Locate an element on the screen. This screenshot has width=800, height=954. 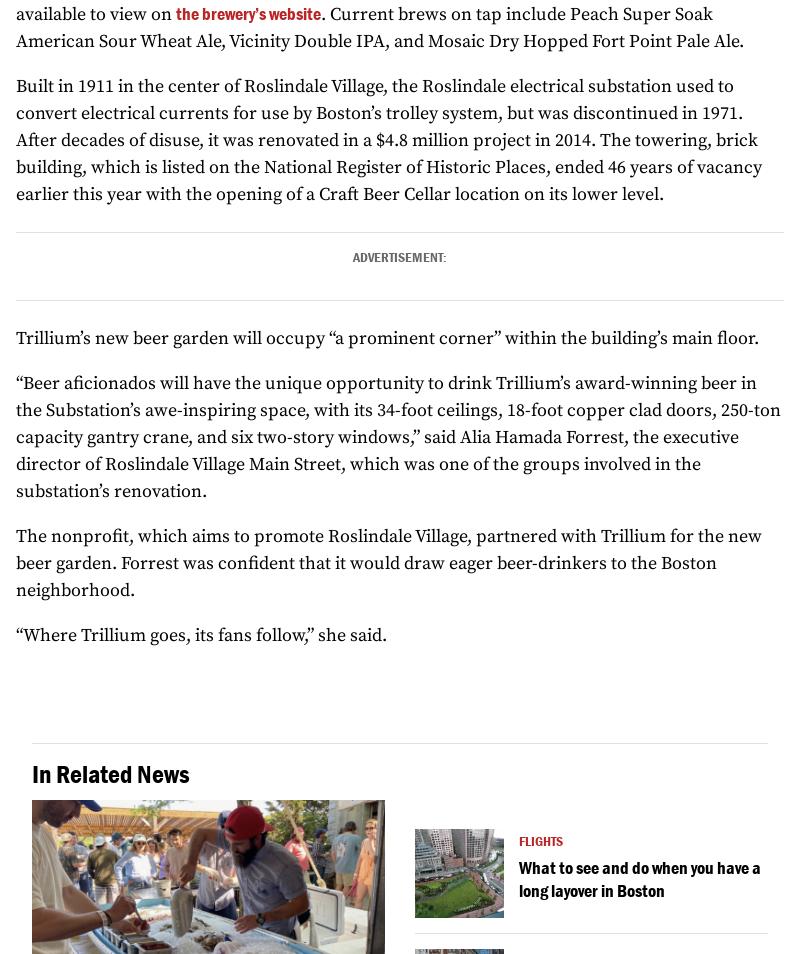
'Flights' is located at coordinates (541, 839).